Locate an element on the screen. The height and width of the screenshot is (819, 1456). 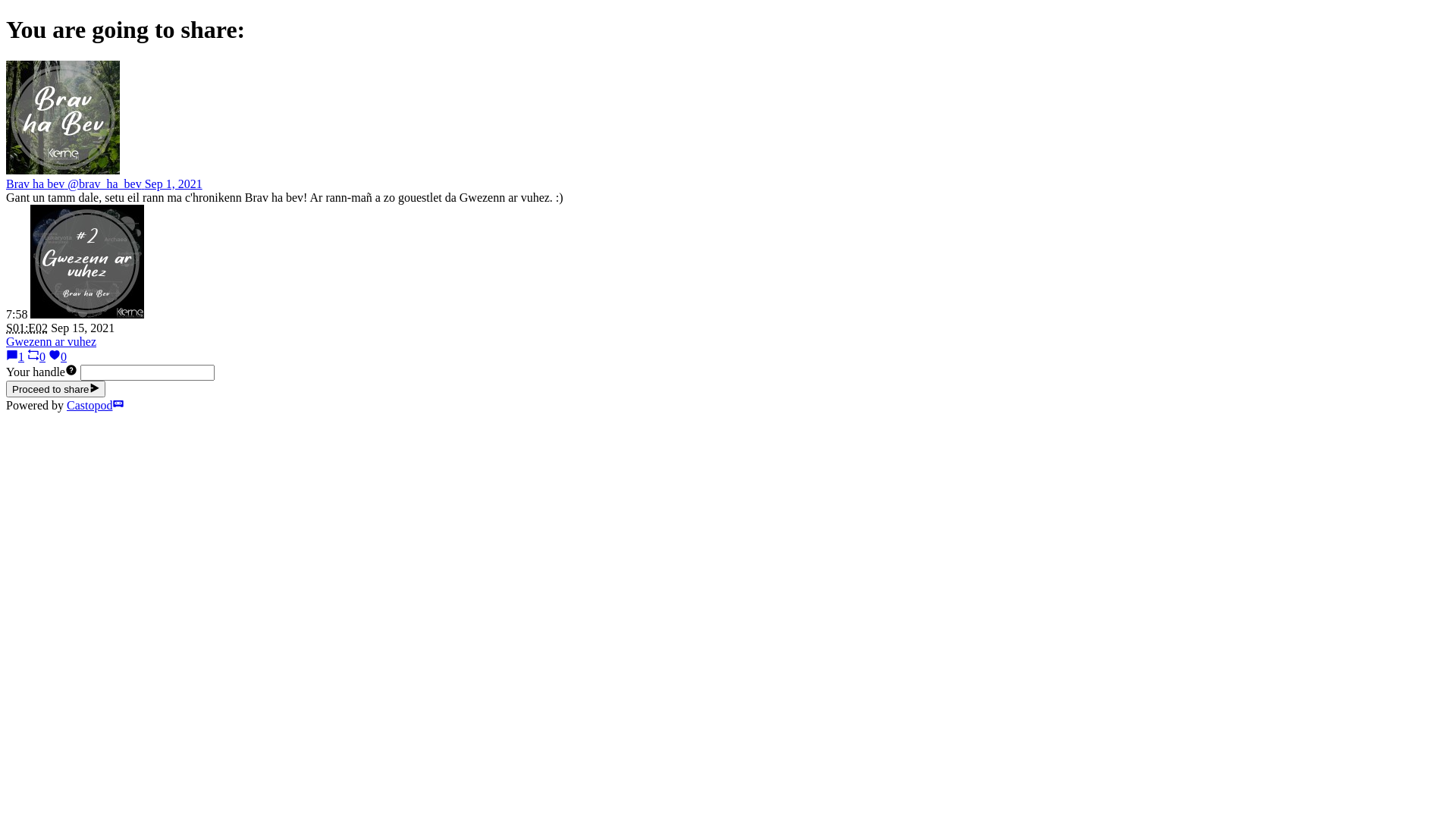
'Sep 1, 2021' is located at coordinates (174, 183).